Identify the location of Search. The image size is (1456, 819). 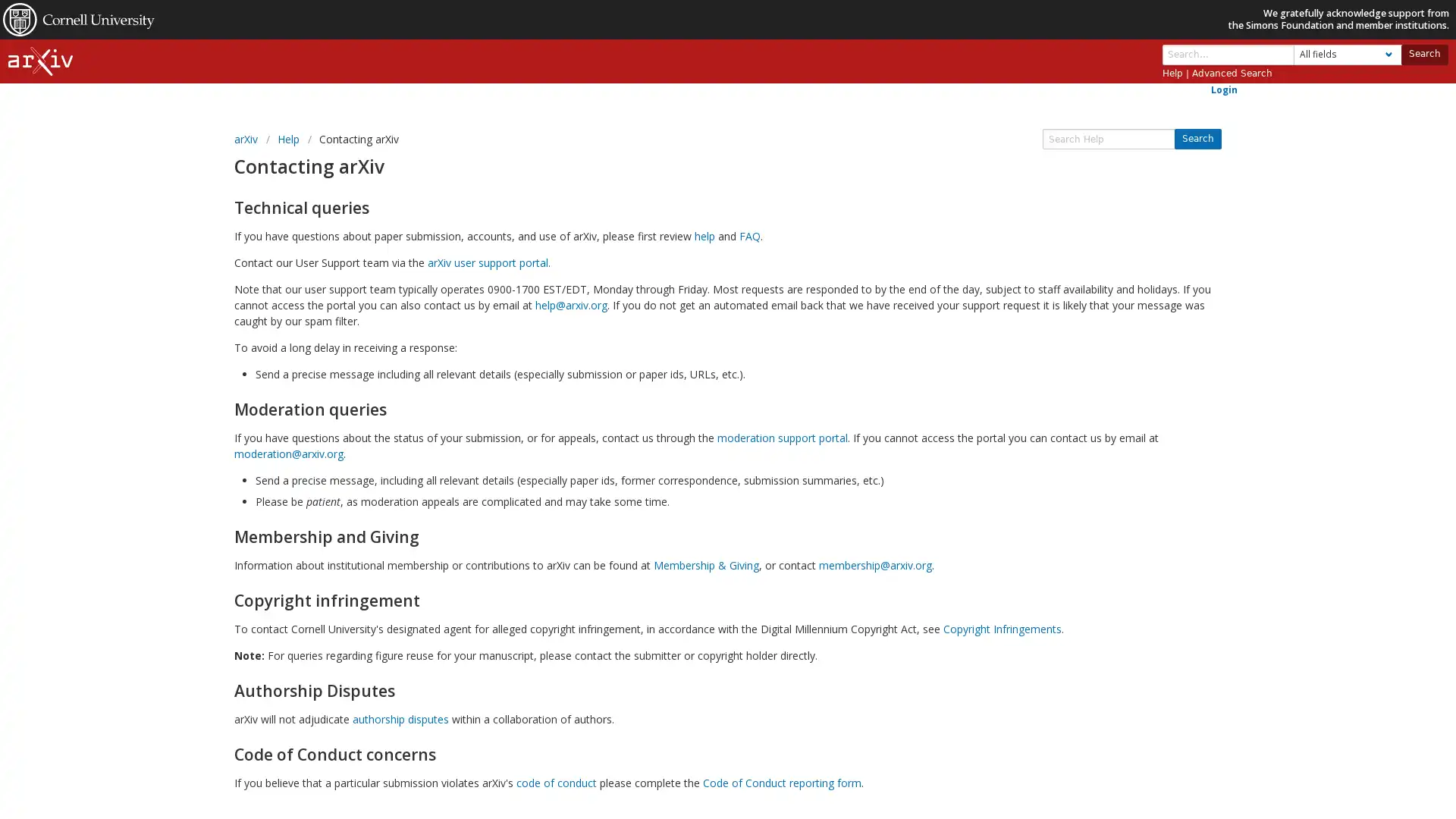
(1197, 139).